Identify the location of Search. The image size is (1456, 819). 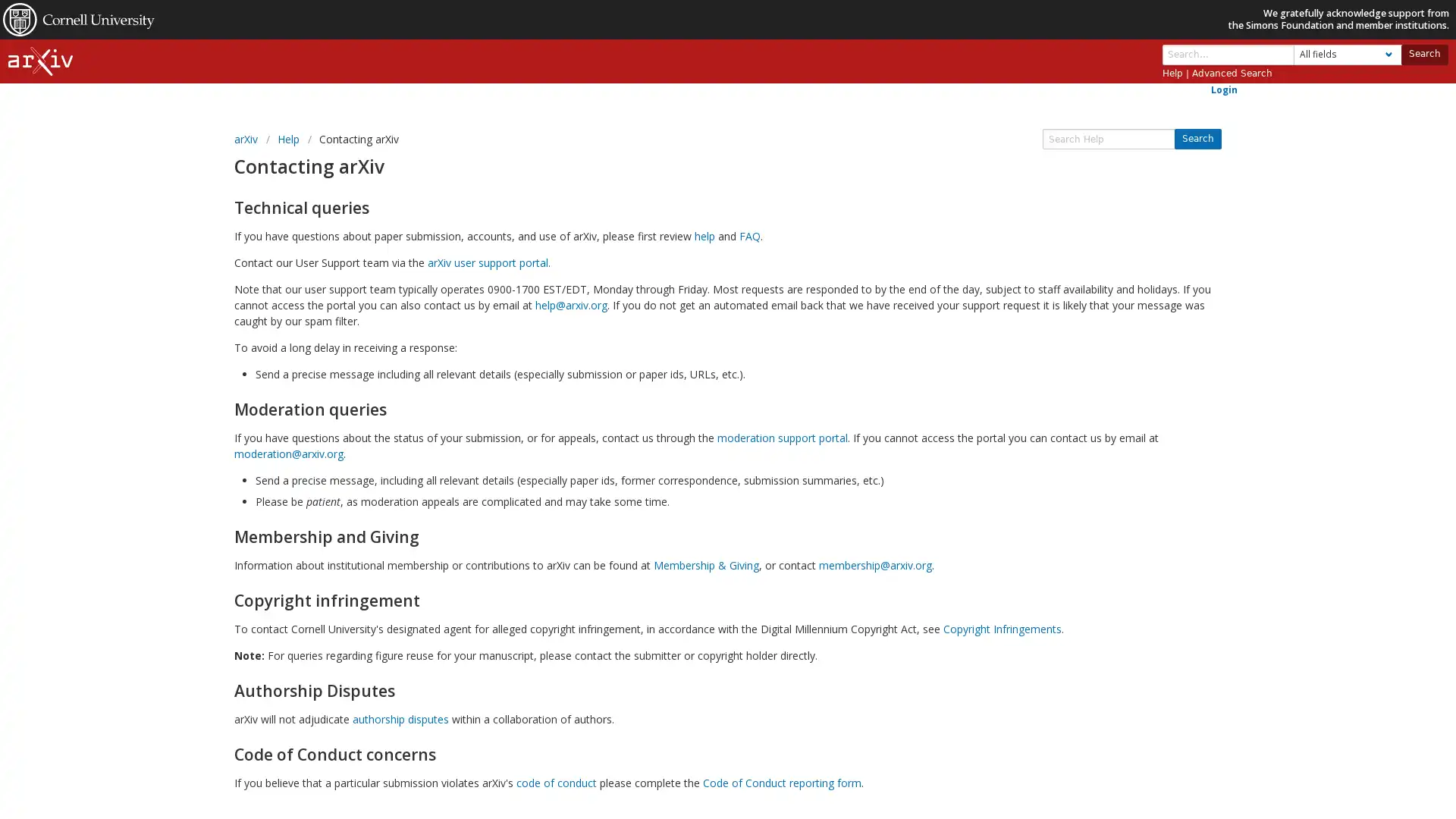
(1197, 139).